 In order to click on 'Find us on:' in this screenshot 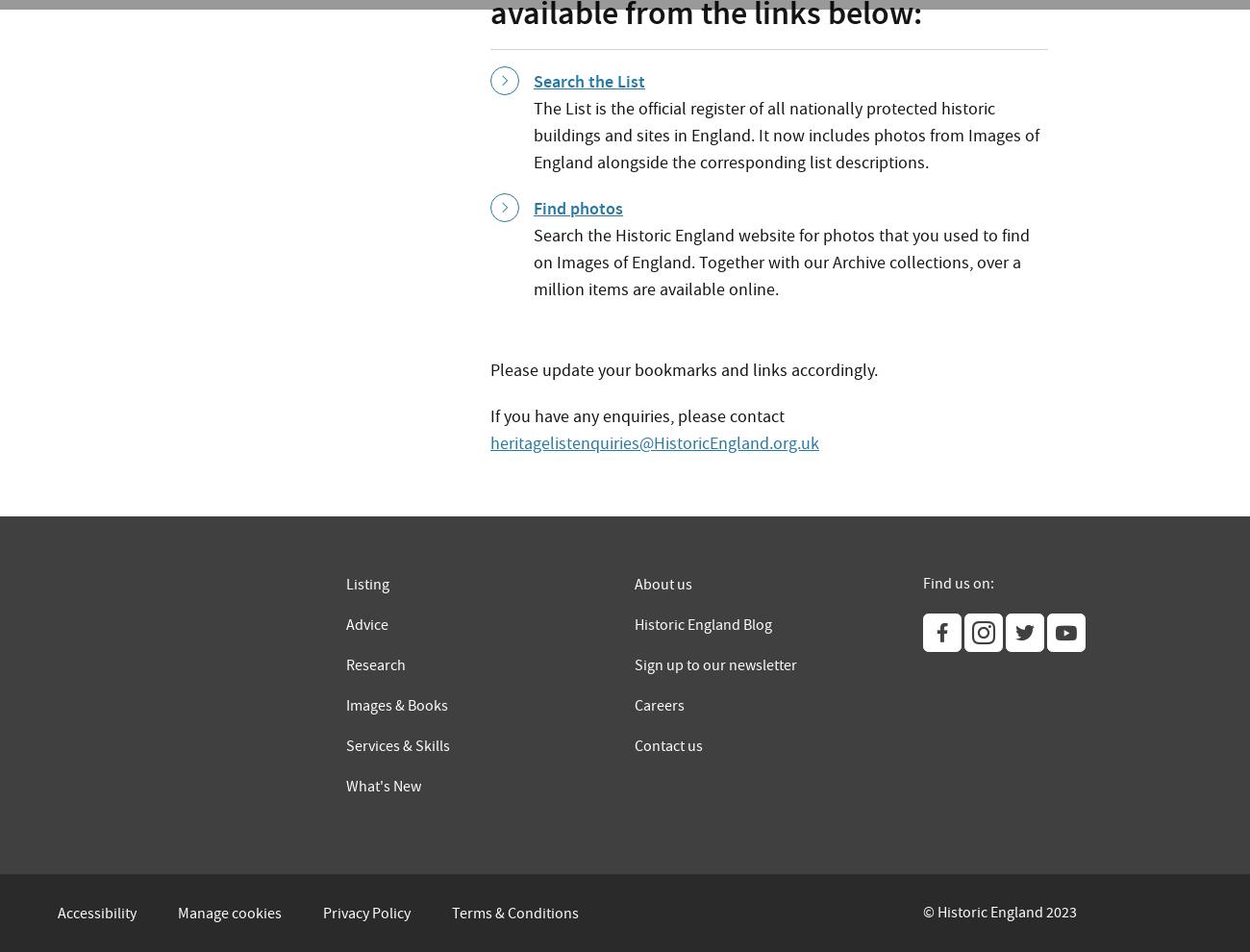, I will do `click(957, 581)`.